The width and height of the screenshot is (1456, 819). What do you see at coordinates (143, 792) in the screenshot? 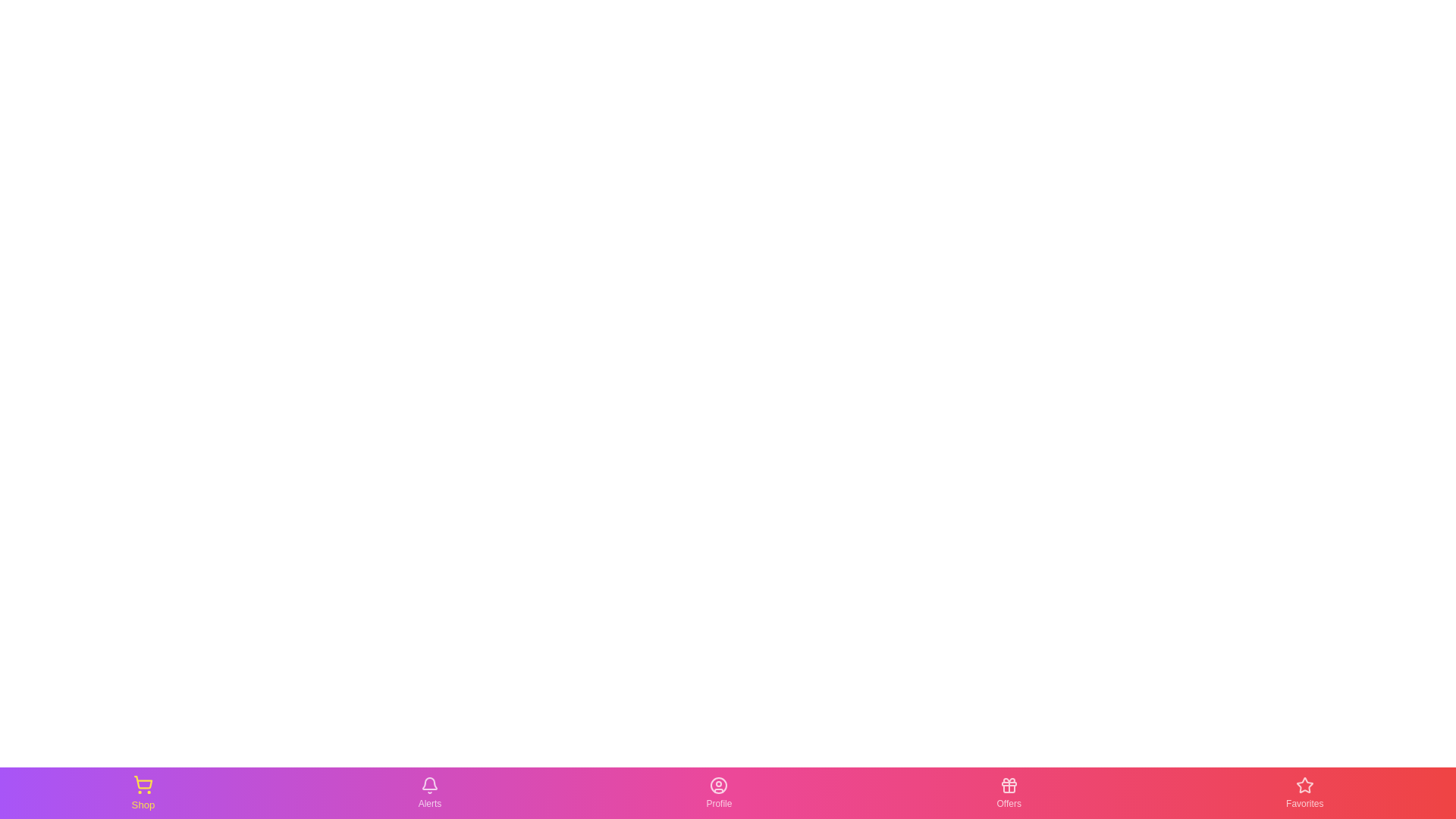
I see `the Shop icon in the navigation bar` at bounding box center [143, 792].